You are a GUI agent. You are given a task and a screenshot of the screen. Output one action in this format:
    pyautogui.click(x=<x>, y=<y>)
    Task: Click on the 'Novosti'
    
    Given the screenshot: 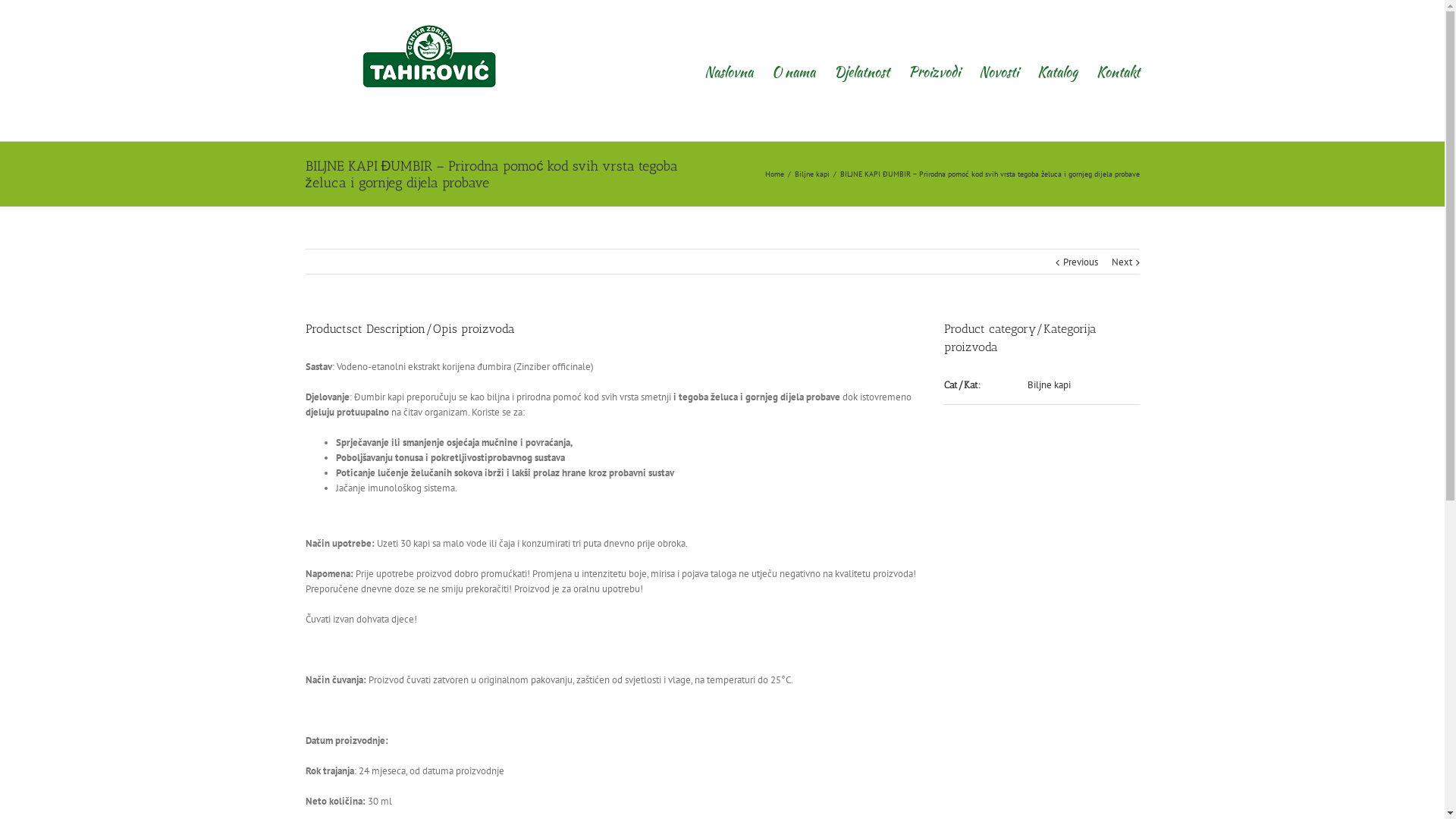 What is the action you would take?
    pyautogui.click(x=978, y=70)
    